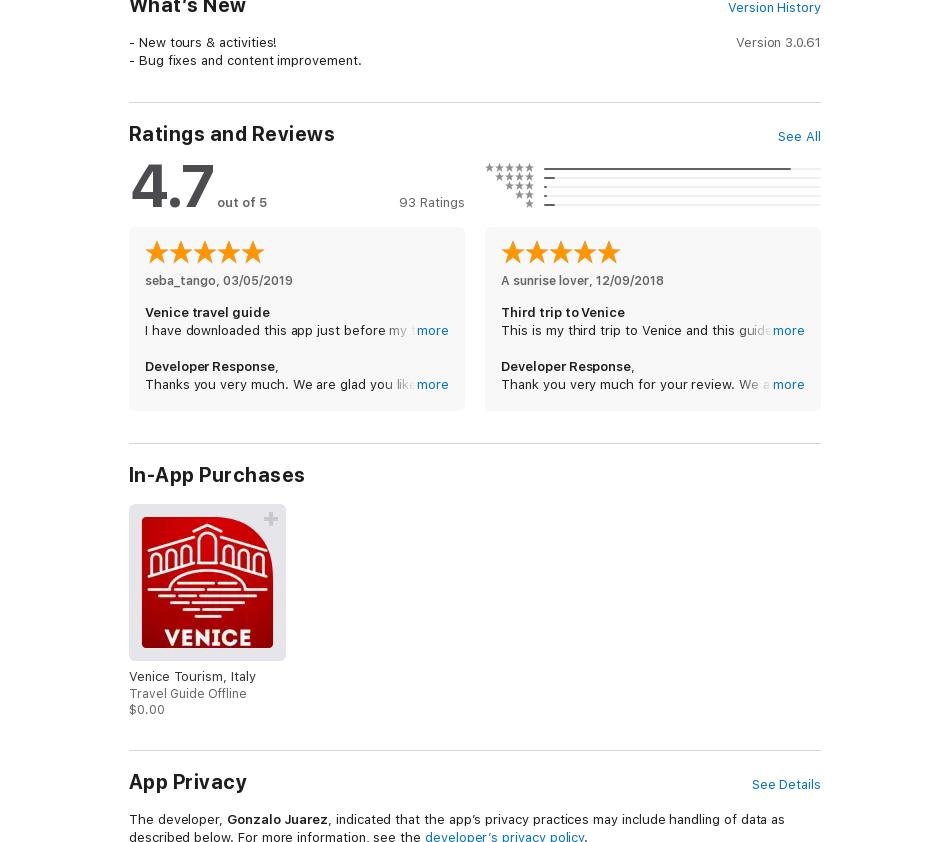 Image resolution: width=950 pixels, height=842 pixels. What do you see at coordinates (252, 182) in the screenshot?
I see `'------------------------------------------'` at bounding box center [252, 182].